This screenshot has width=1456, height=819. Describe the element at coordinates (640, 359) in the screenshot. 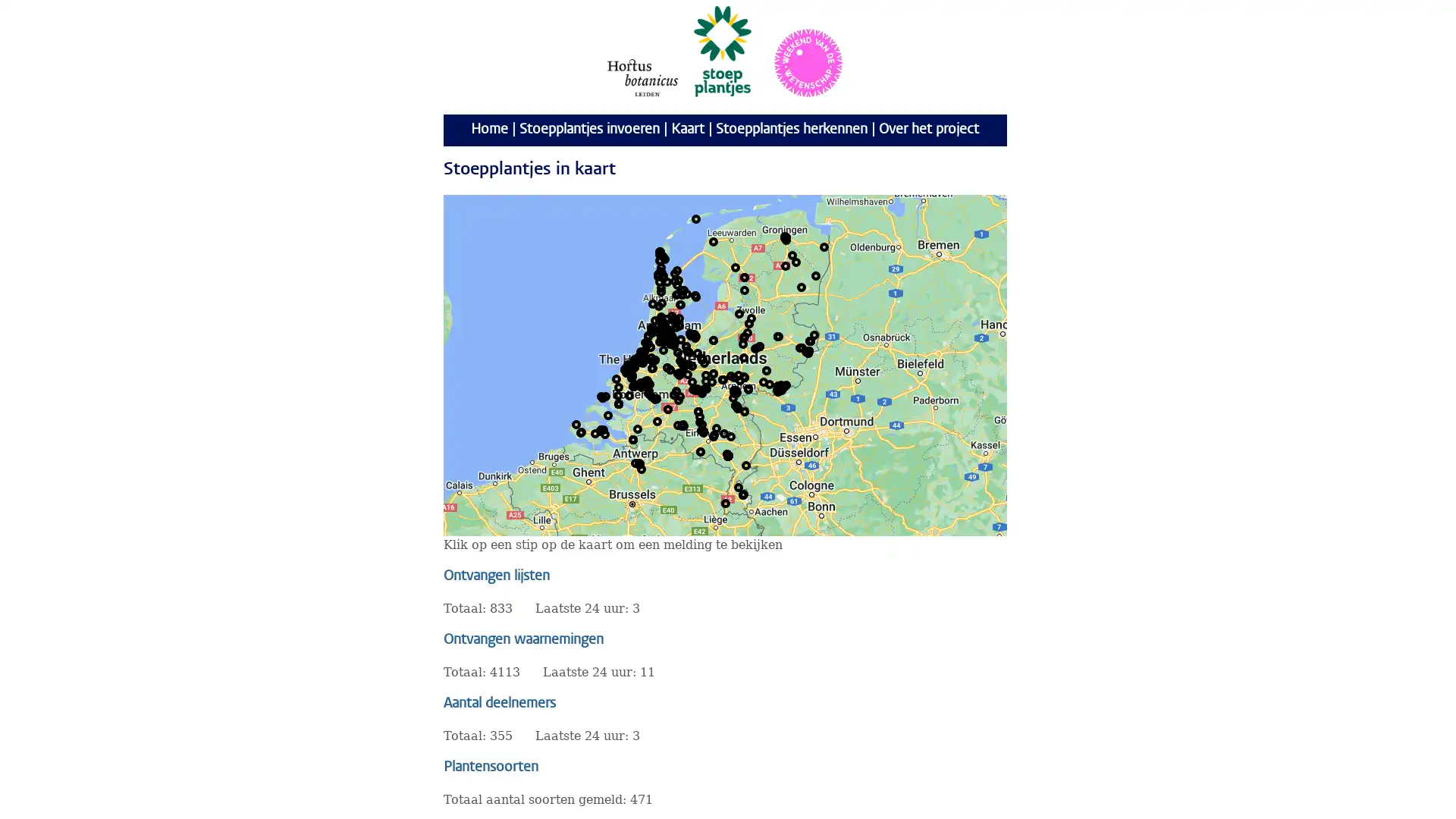

I see `Telling van Gert Jan van Pelt op 09 mei 2022` at that location.